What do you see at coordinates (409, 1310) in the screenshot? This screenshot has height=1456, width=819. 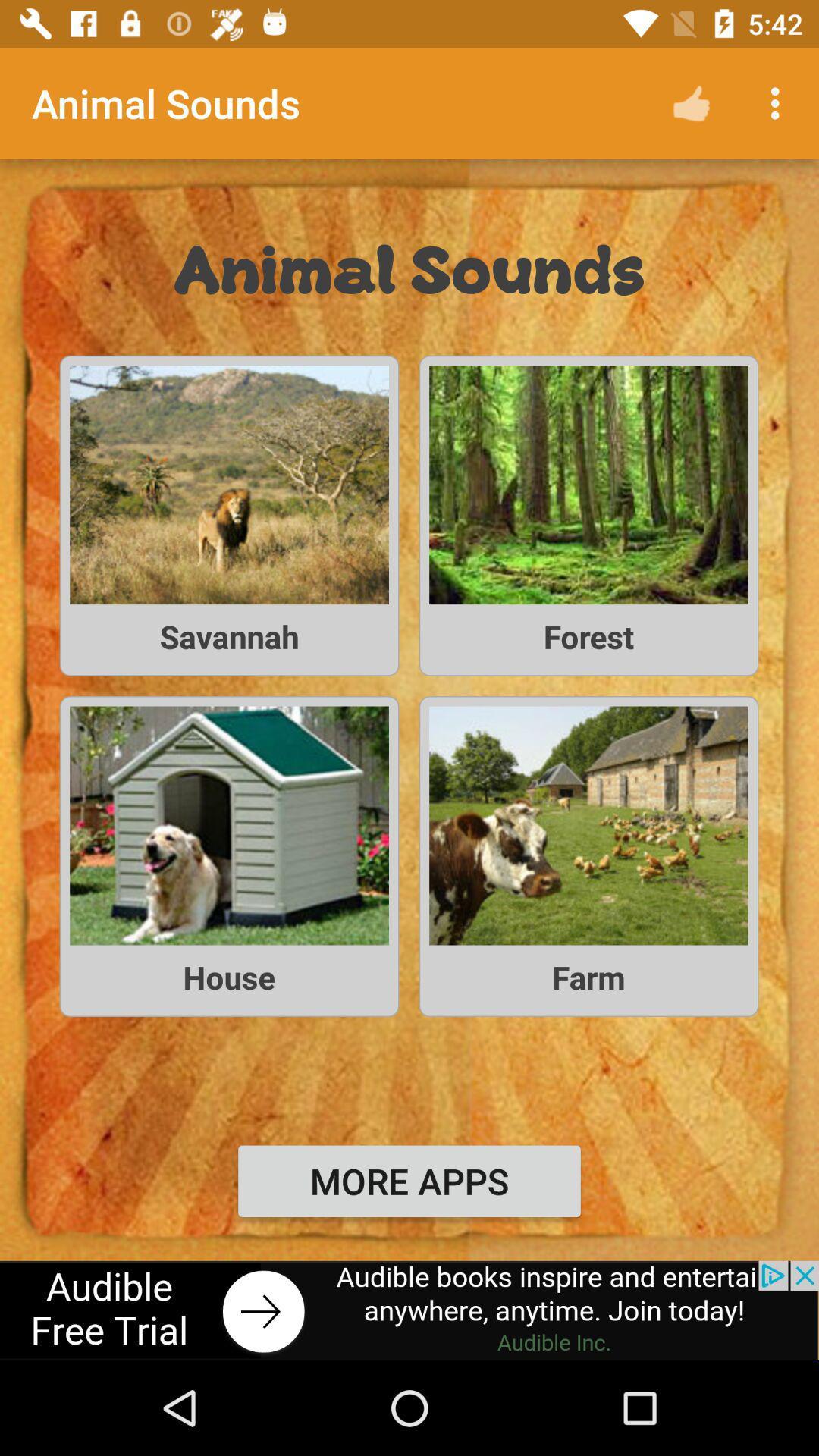 I see `advertising` at bounding box center [409, 1310].